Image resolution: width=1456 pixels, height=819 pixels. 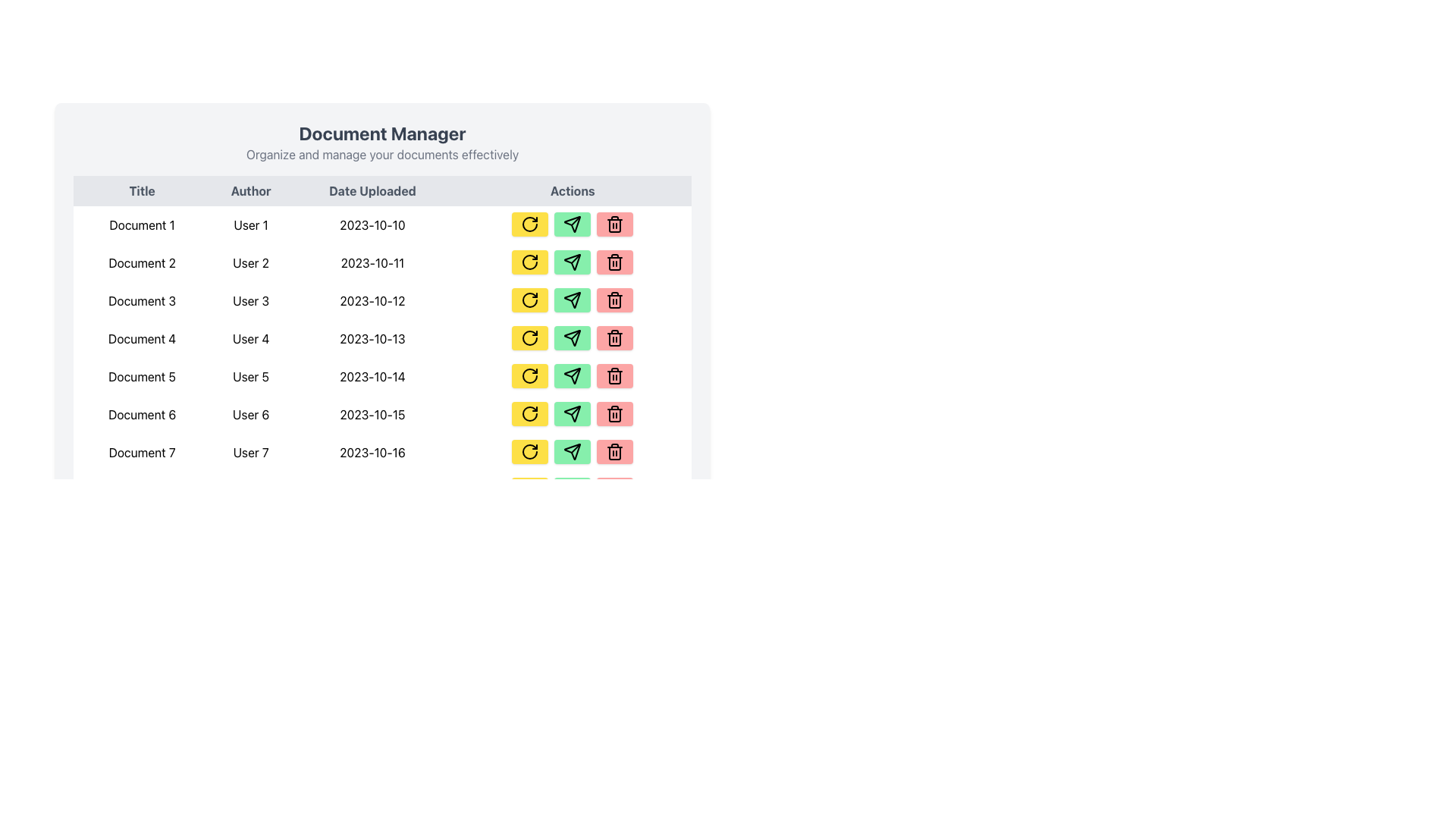 What do you see at coordinates (572, 190) in the screenshot?
I see `the text label 'Actions' which is the fourth header in the table, styled with a gray background and bold dark font` at bounding box center [572, 190].